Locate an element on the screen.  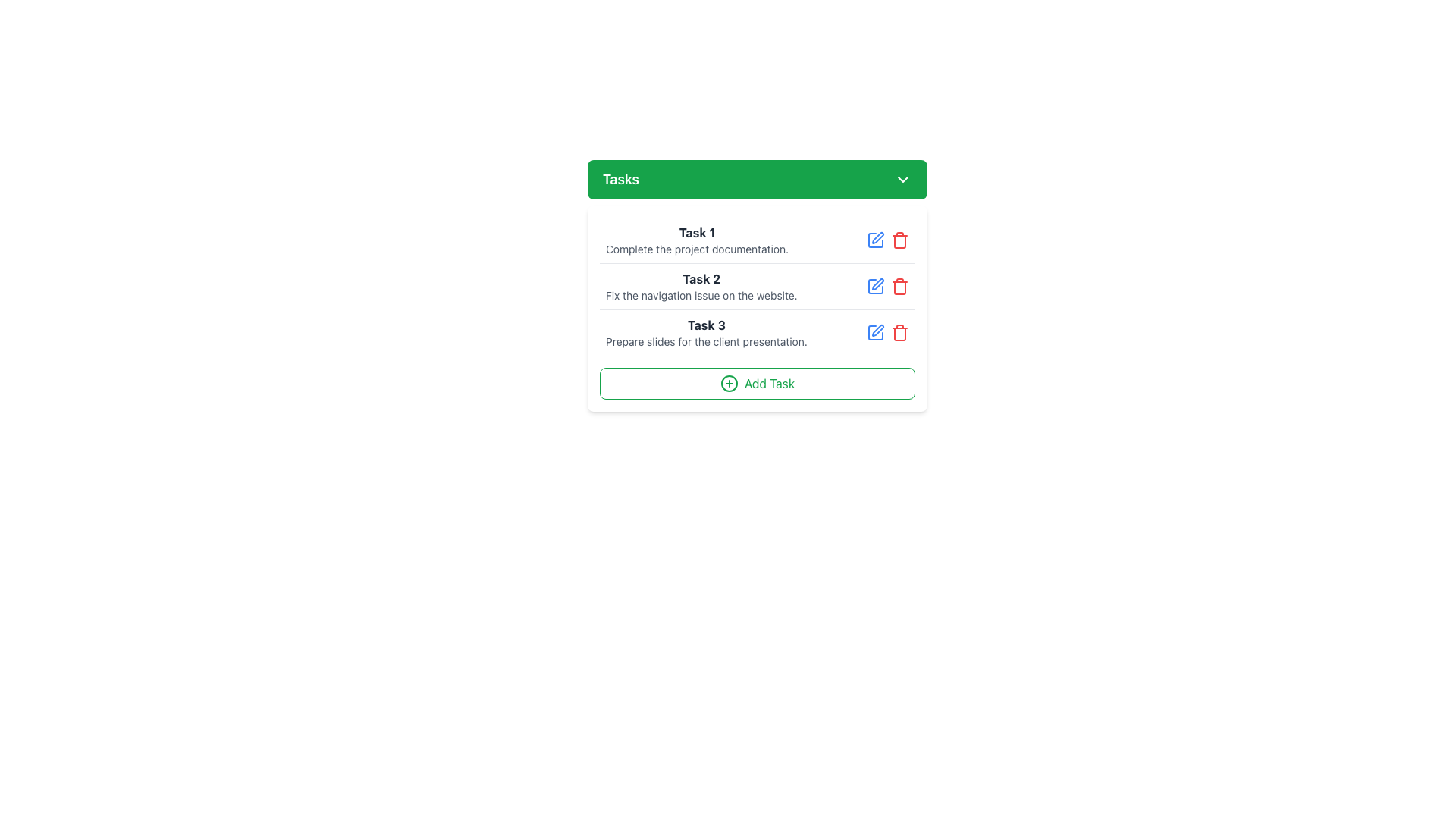
the second task's text content in the task list, which provides an overview of the task number and its description is located at coordinates (701, 287).